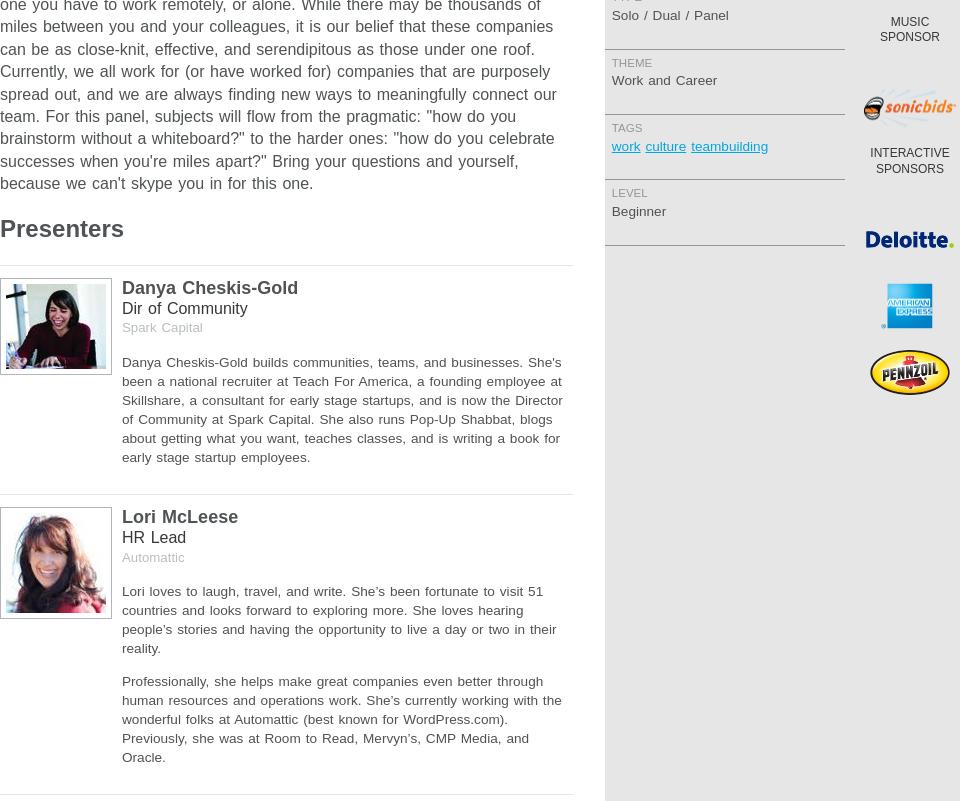 The width and height of the screenshot is (960, 801). Describe the element at coordinates (341, 717) in the screenshot. I see `'Professionally, she helps make great companies even better through human resources and operations work. She’s currently working with the wonderful folks at Automattic (best known for WordPress.com). Previously, she was at Room to Read, Mervyn’s, CMP Media, and Oracle.'` at that location.